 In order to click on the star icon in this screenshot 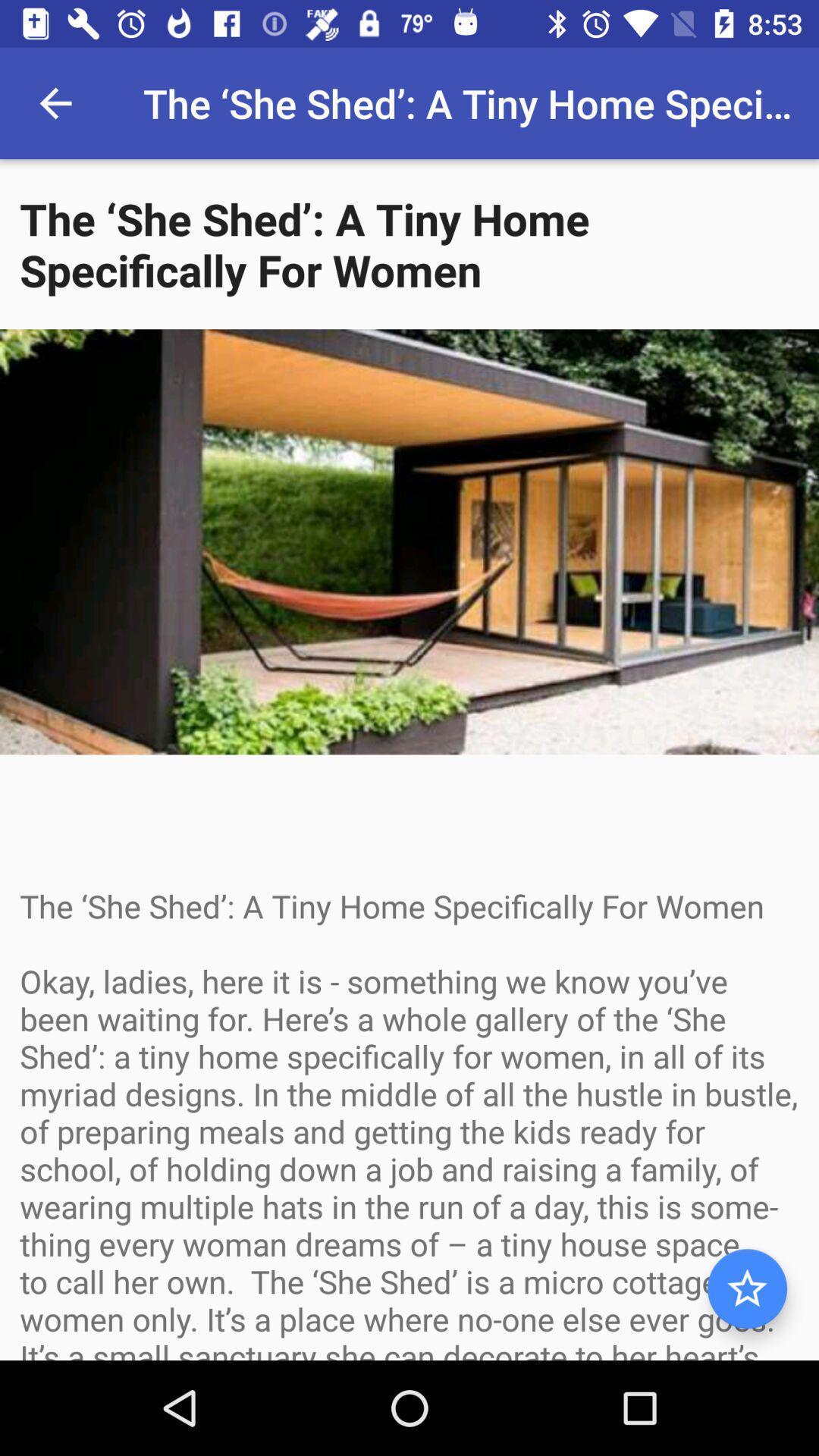, I will do `click(746, 1288)`.